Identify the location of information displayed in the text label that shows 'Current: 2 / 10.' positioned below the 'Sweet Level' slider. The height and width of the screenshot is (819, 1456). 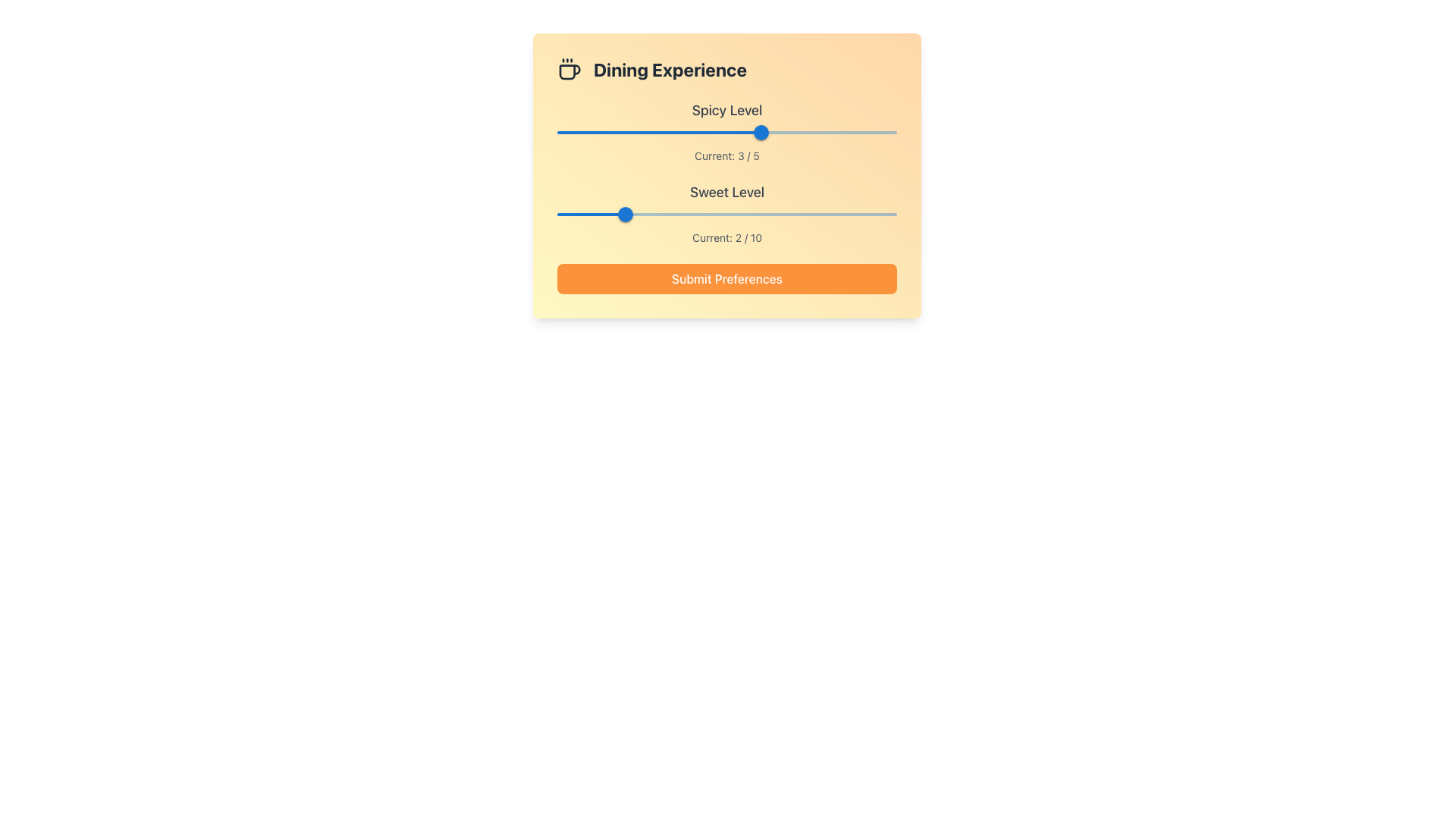
(726, 237).